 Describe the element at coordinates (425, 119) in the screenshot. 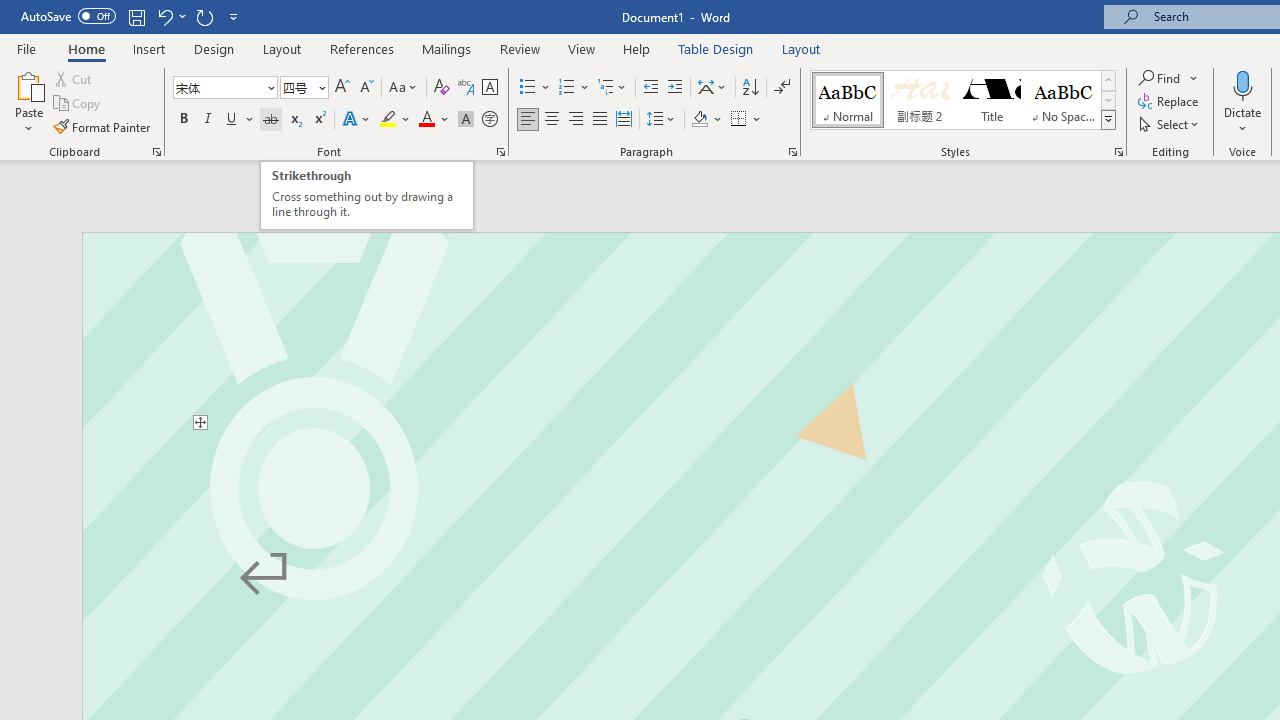

I see `'Font Color Red'` at that location.